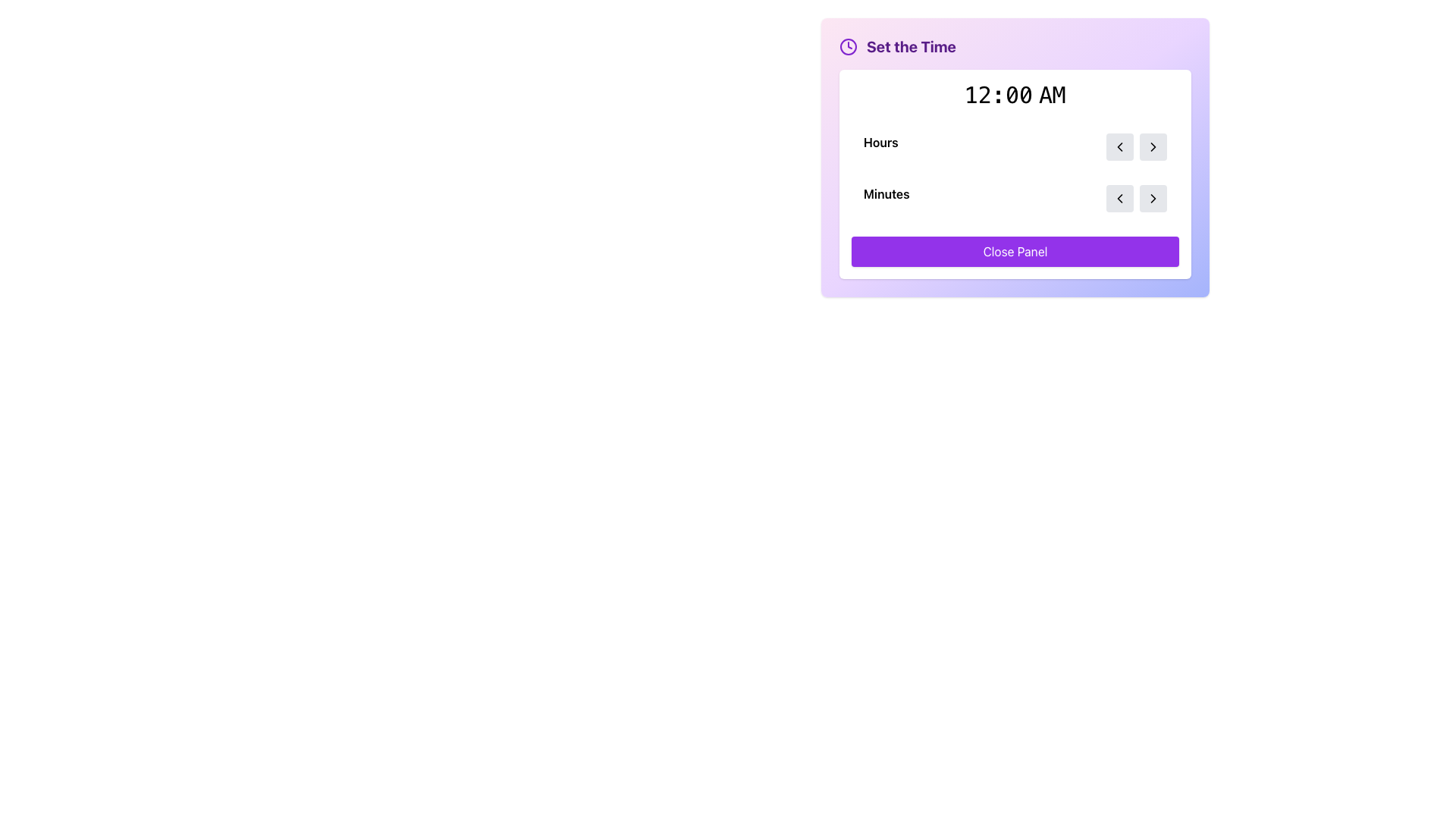  Describe the element at coordinates (1153, 146) in the screenshot. I see `the right-pointing chevron icon in the time selection panel to increment the value` at that location.